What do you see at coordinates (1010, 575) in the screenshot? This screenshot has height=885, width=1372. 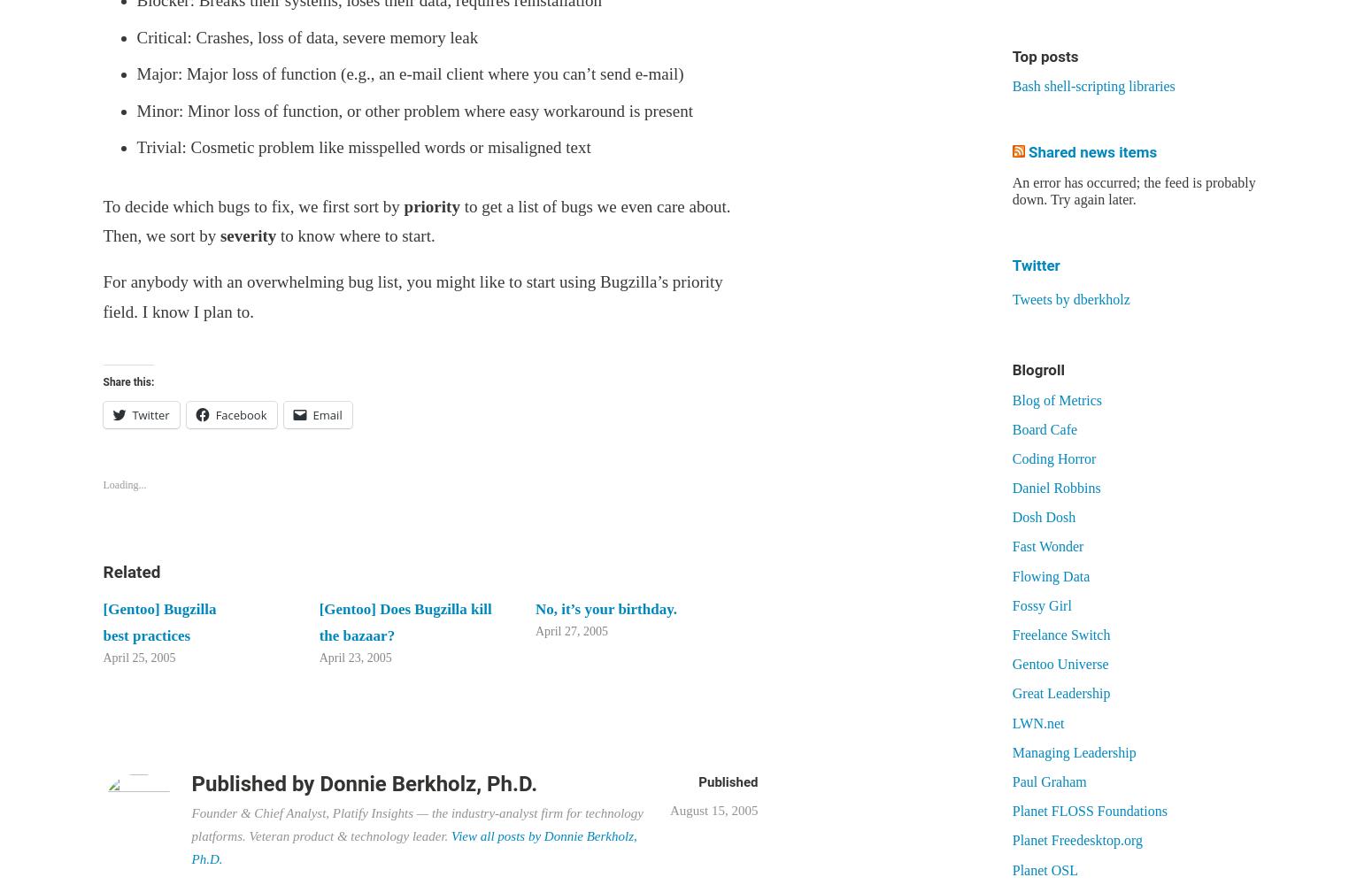 I see `'Flowing Data'` at bounding box center [1010, 575].